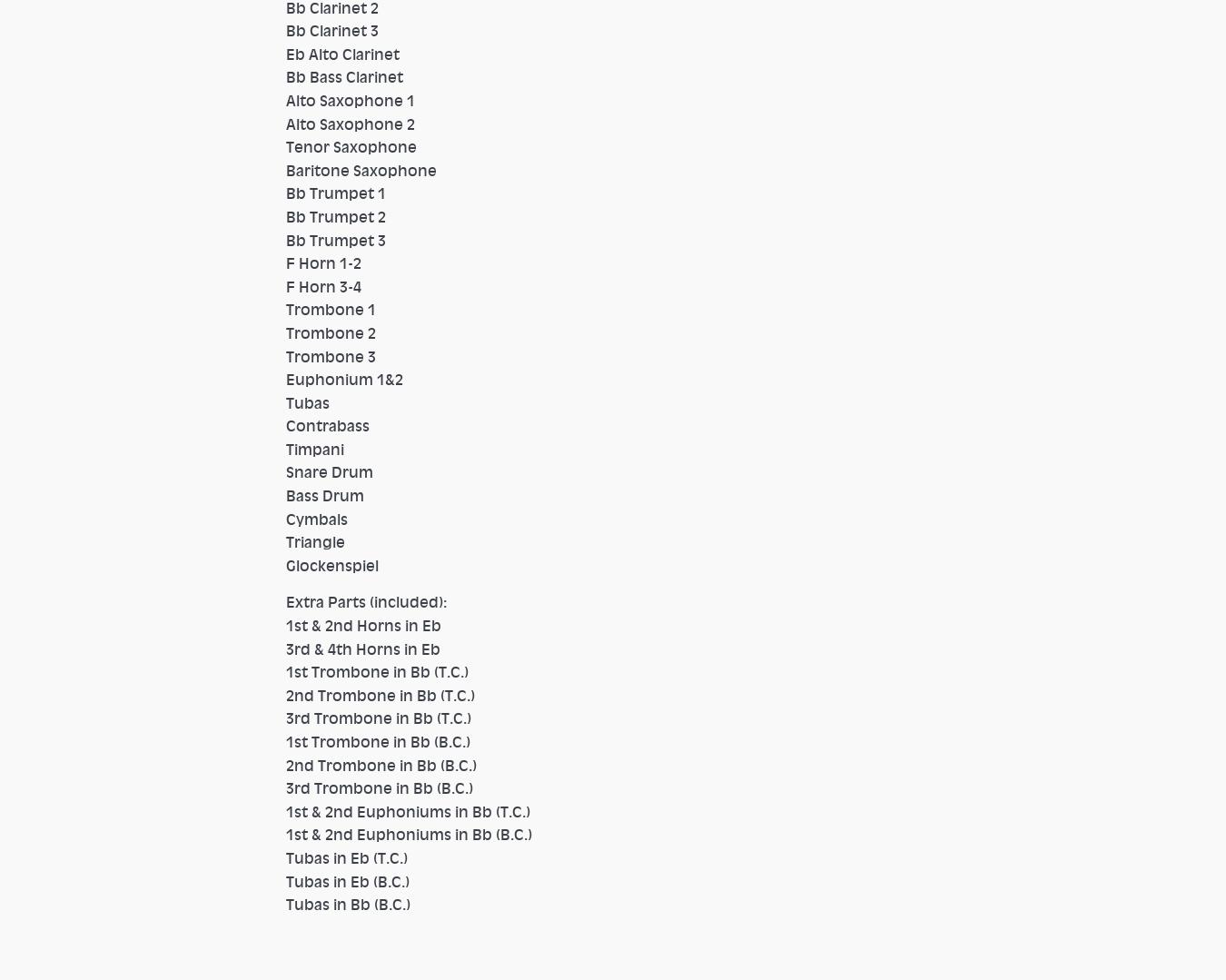  What do you see at coordinates (331, 332) in the screenshot?
I see `'Trombone 2'` at bounding box center [331, 332].